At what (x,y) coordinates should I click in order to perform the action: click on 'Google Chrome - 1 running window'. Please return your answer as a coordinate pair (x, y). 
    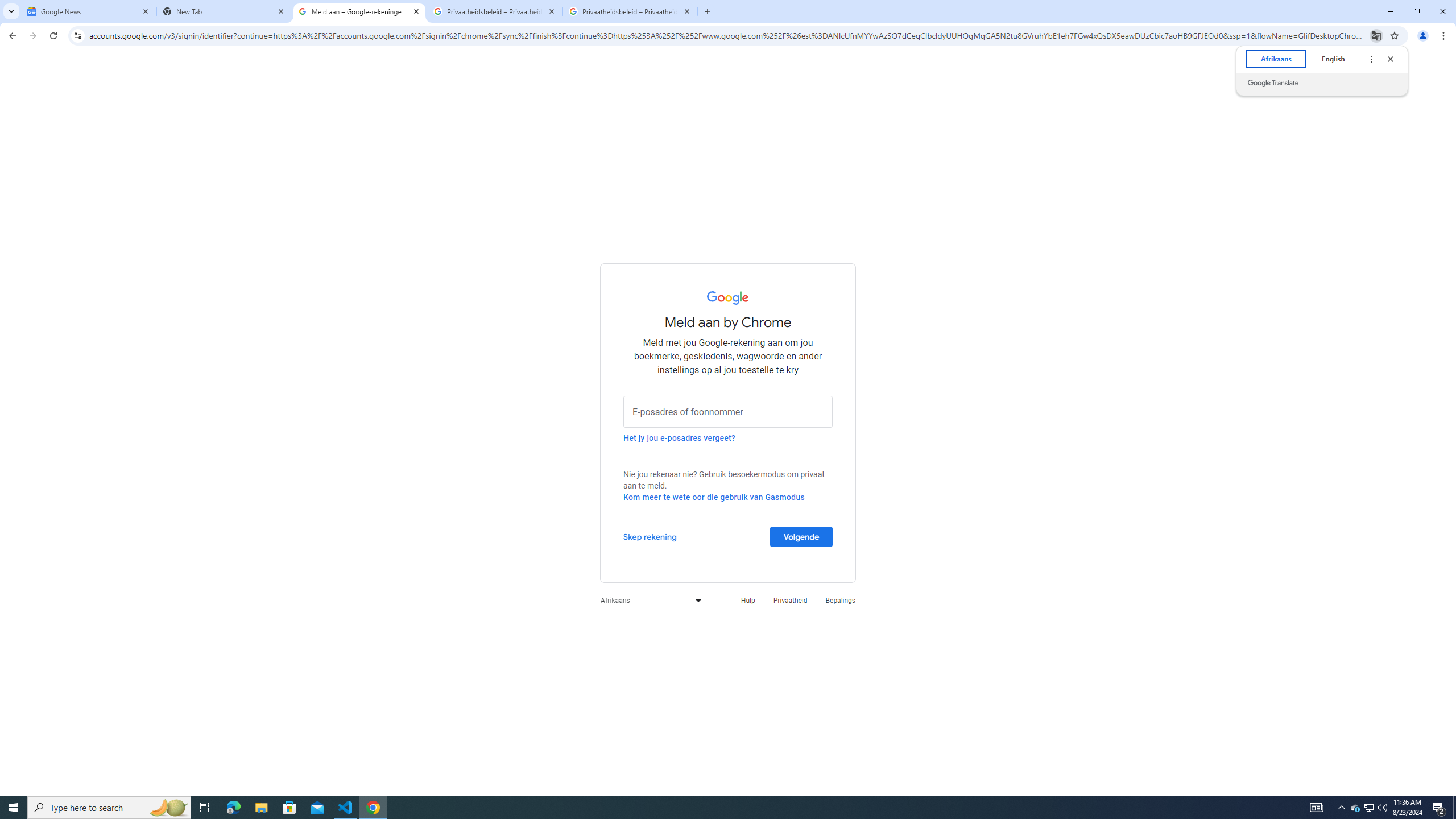
    Looking at the image, I should click on (373, 806).